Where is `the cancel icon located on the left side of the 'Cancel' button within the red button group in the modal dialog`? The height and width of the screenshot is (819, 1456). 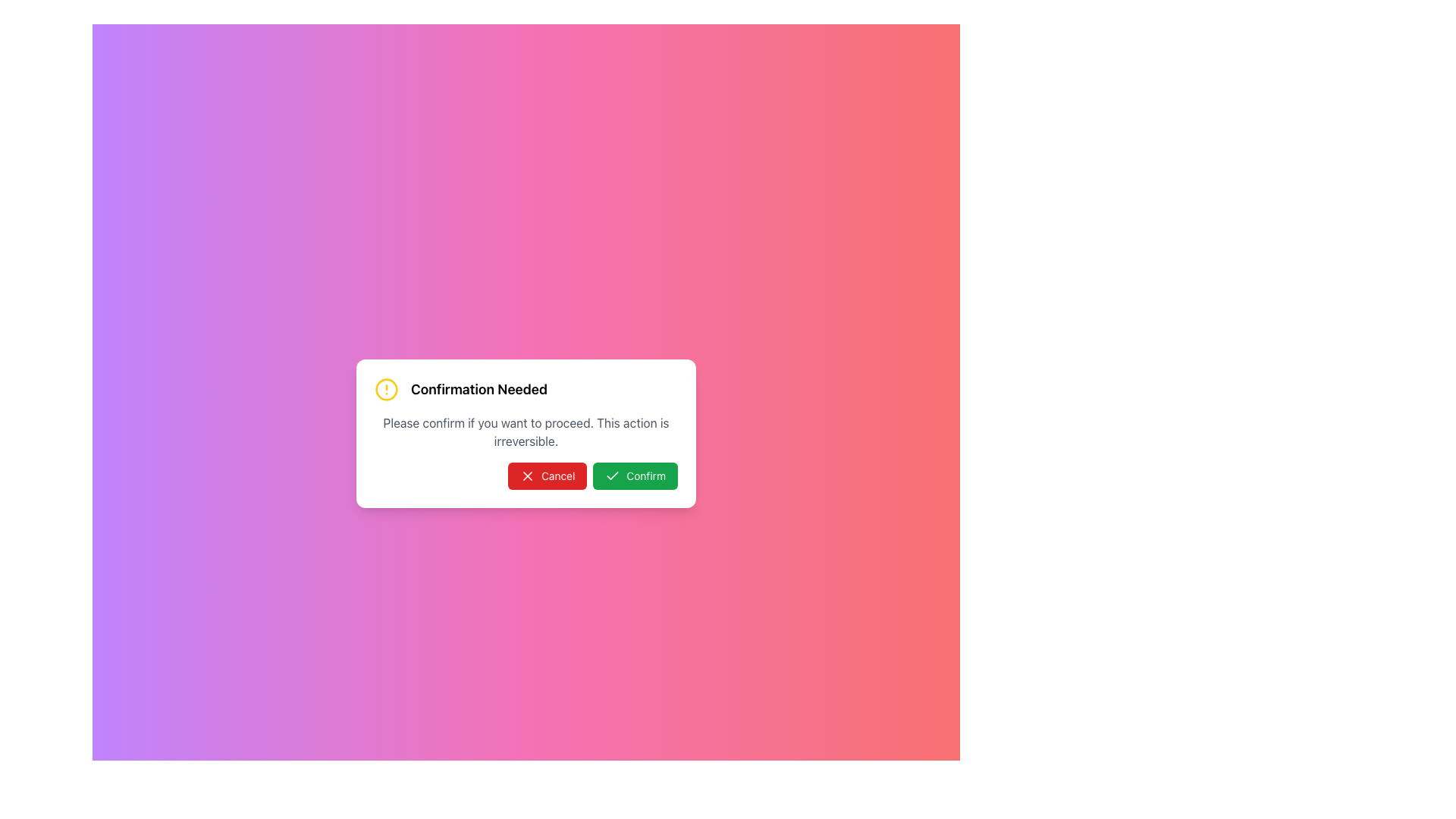
the cancel icon located on the left side of the 'Cancel' button within the red button group in the modal dialog is located at coordinates (528, 475).